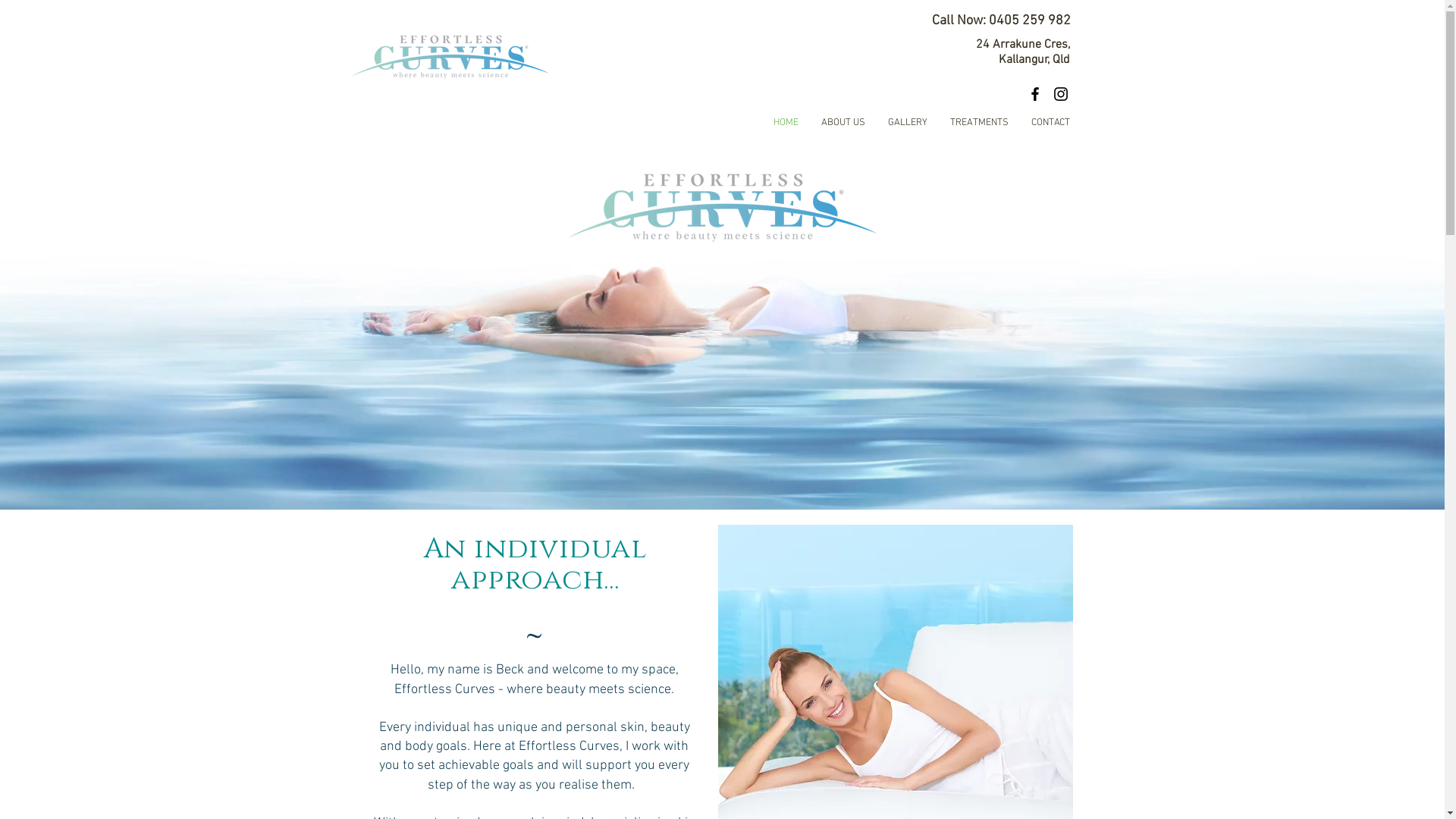 Image resolution: width=1456 pixels, height=819 pixels. Describe the element at coordinates (785, 122) in the screenshot. I see `'HOME'` at that location.